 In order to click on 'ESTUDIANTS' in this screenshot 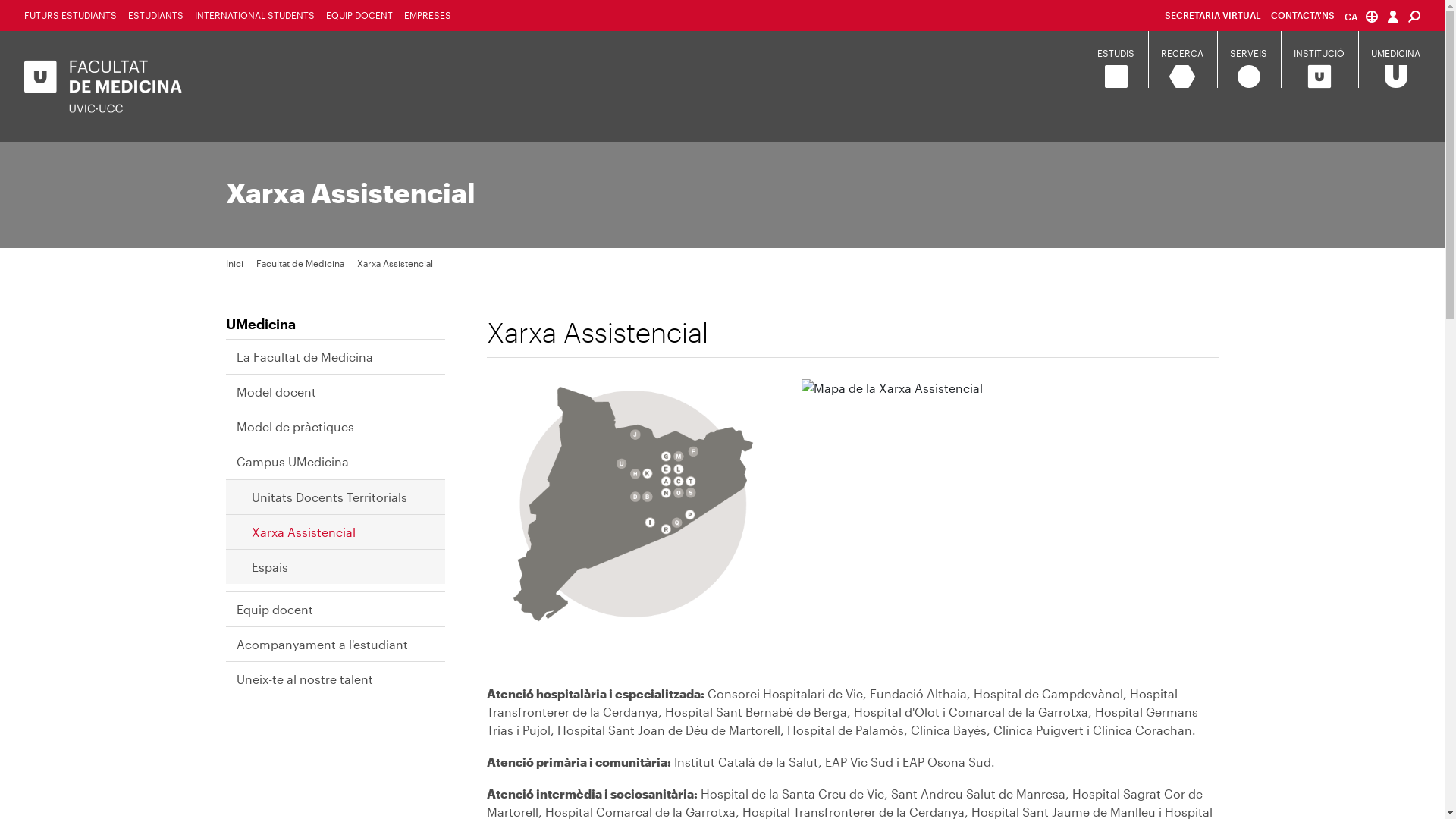, I will do `click(155, 14)`.